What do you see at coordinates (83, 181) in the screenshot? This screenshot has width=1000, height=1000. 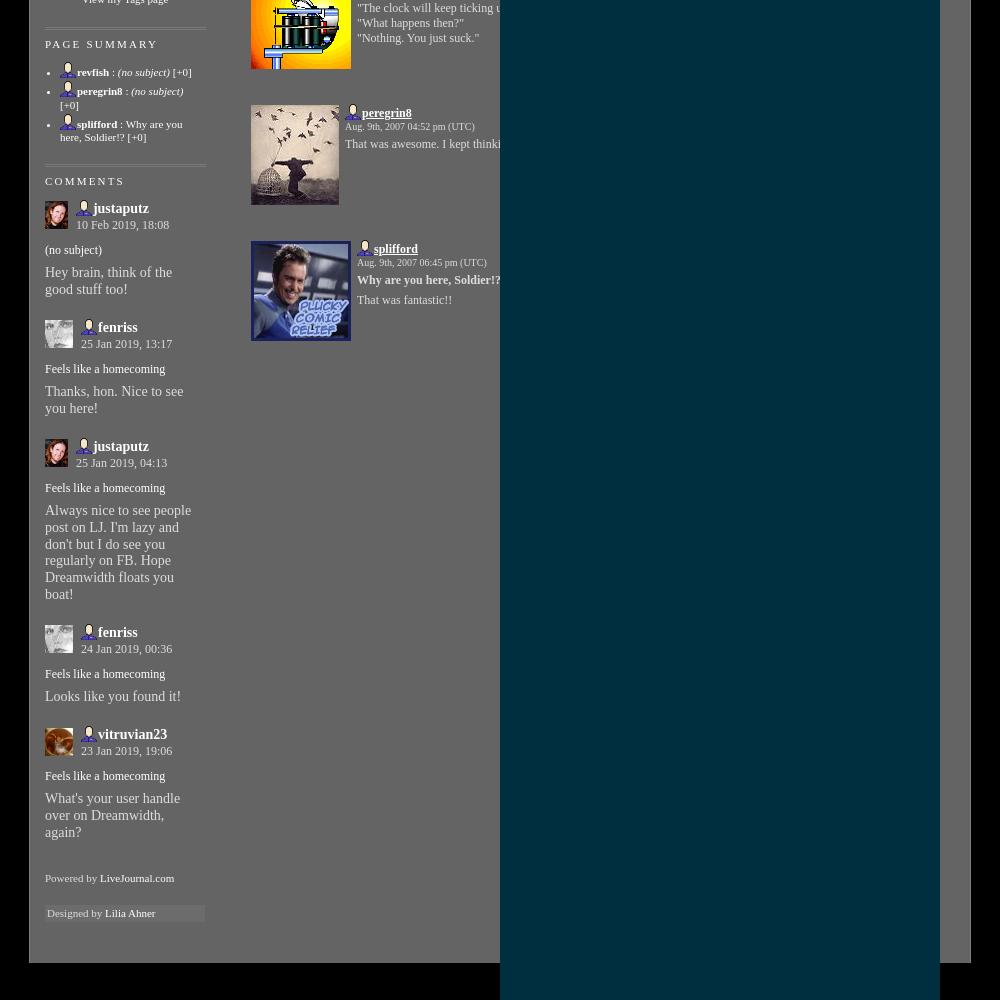 I see `'Comments'` at bounding box center [83, 181].